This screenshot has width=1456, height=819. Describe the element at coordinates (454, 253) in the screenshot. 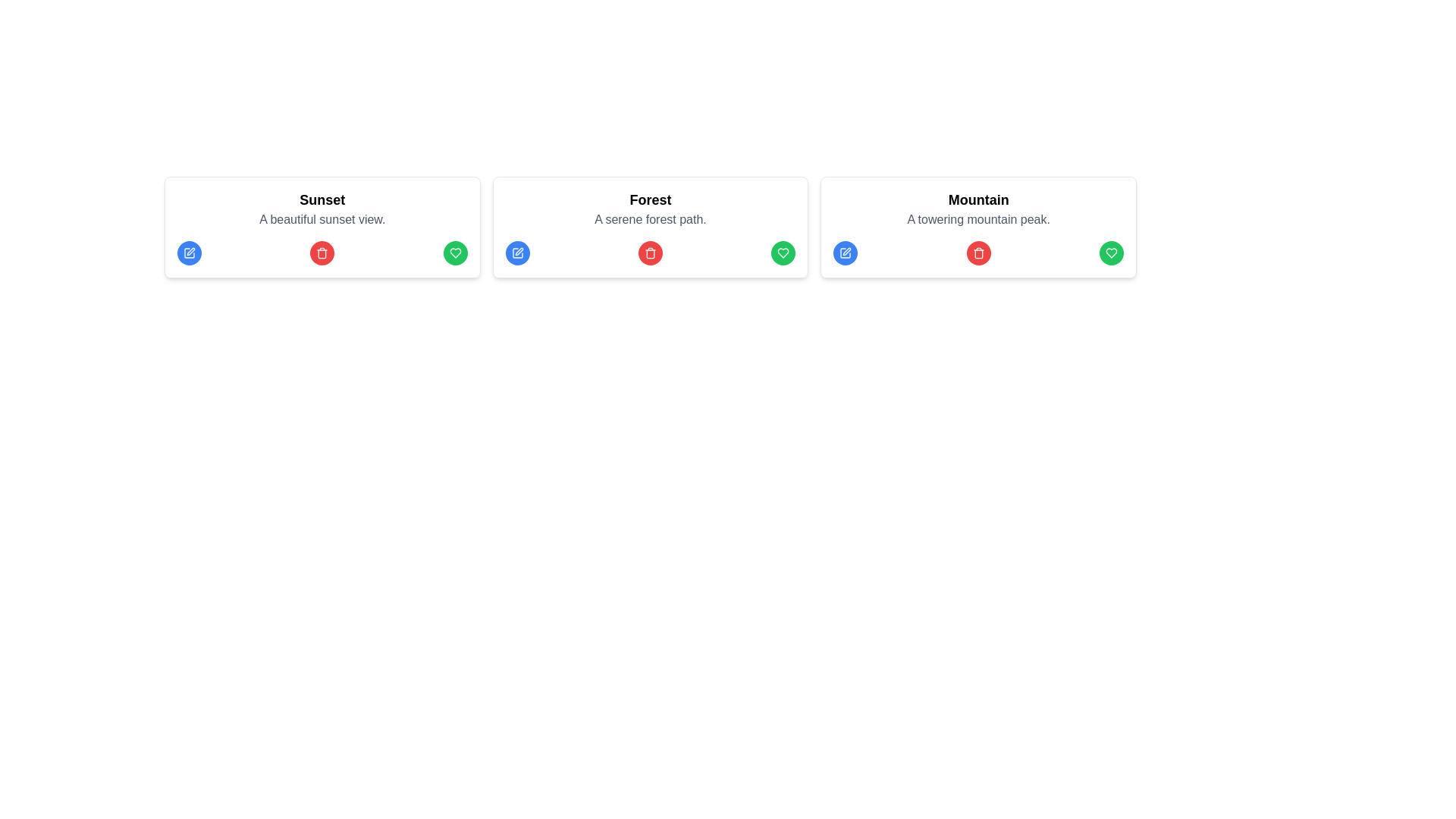

I see `the circular green button with a white heart icon, which is the last button in the 'Sunset' card group` at that location.